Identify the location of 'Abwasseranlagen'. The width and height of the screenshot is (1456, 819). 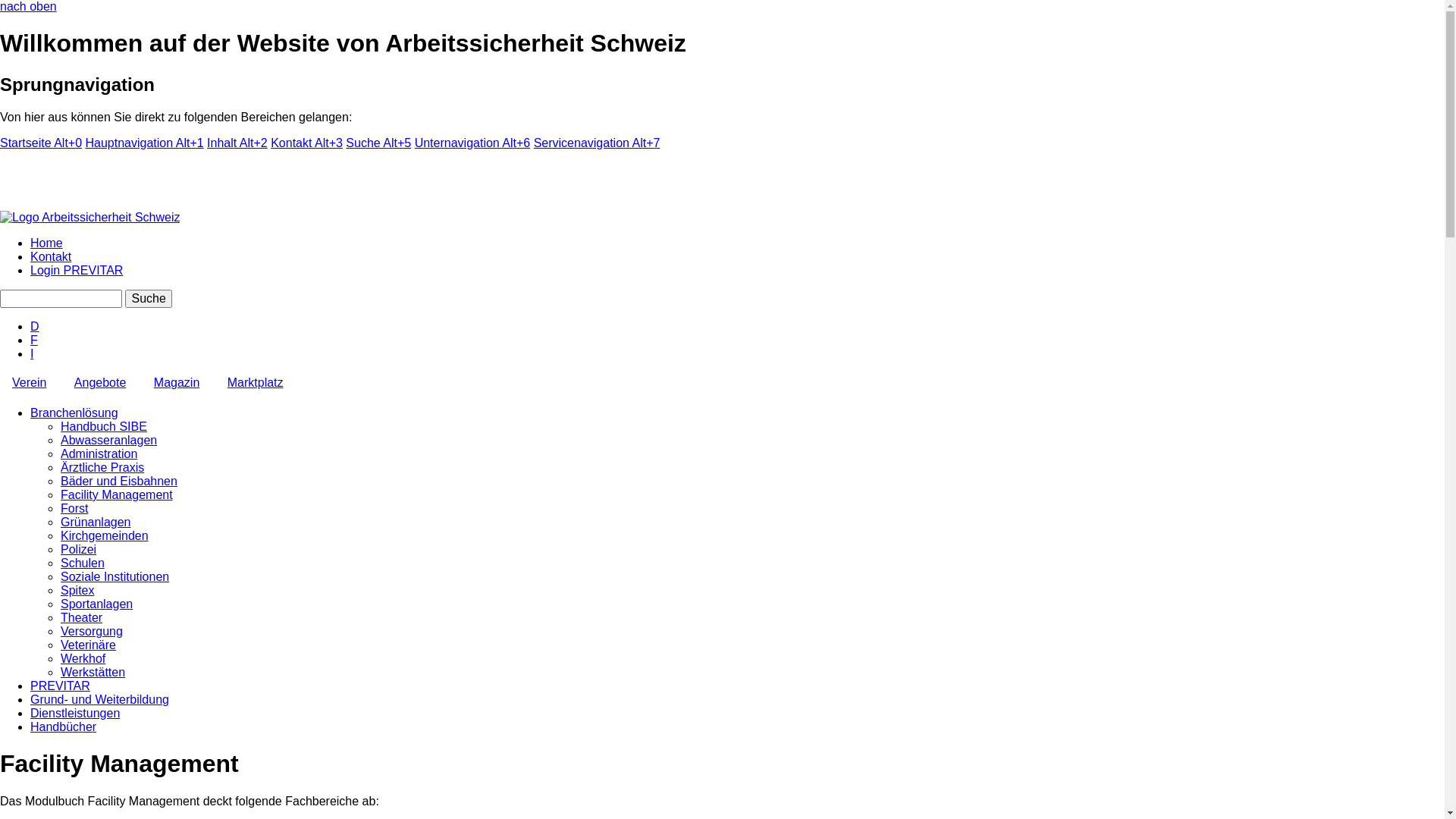
(108, 440).